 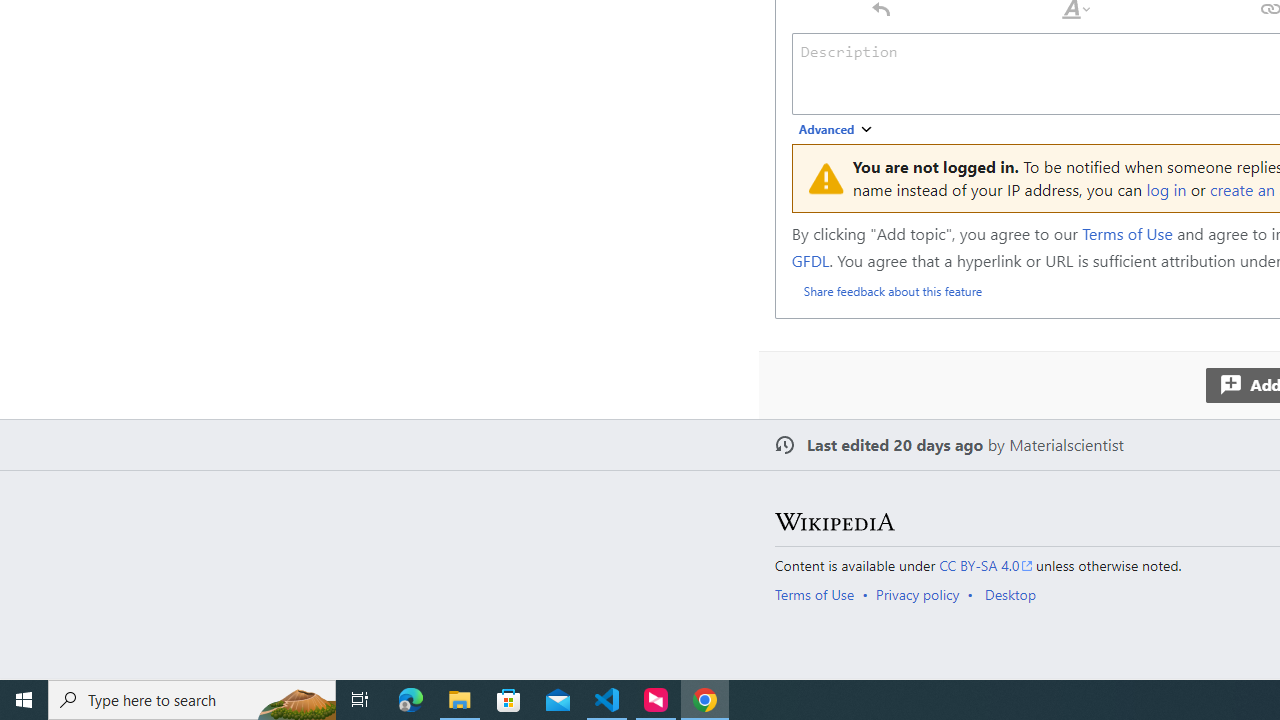 I want to click on 'Privacy policy', so click(x=916, y=593).